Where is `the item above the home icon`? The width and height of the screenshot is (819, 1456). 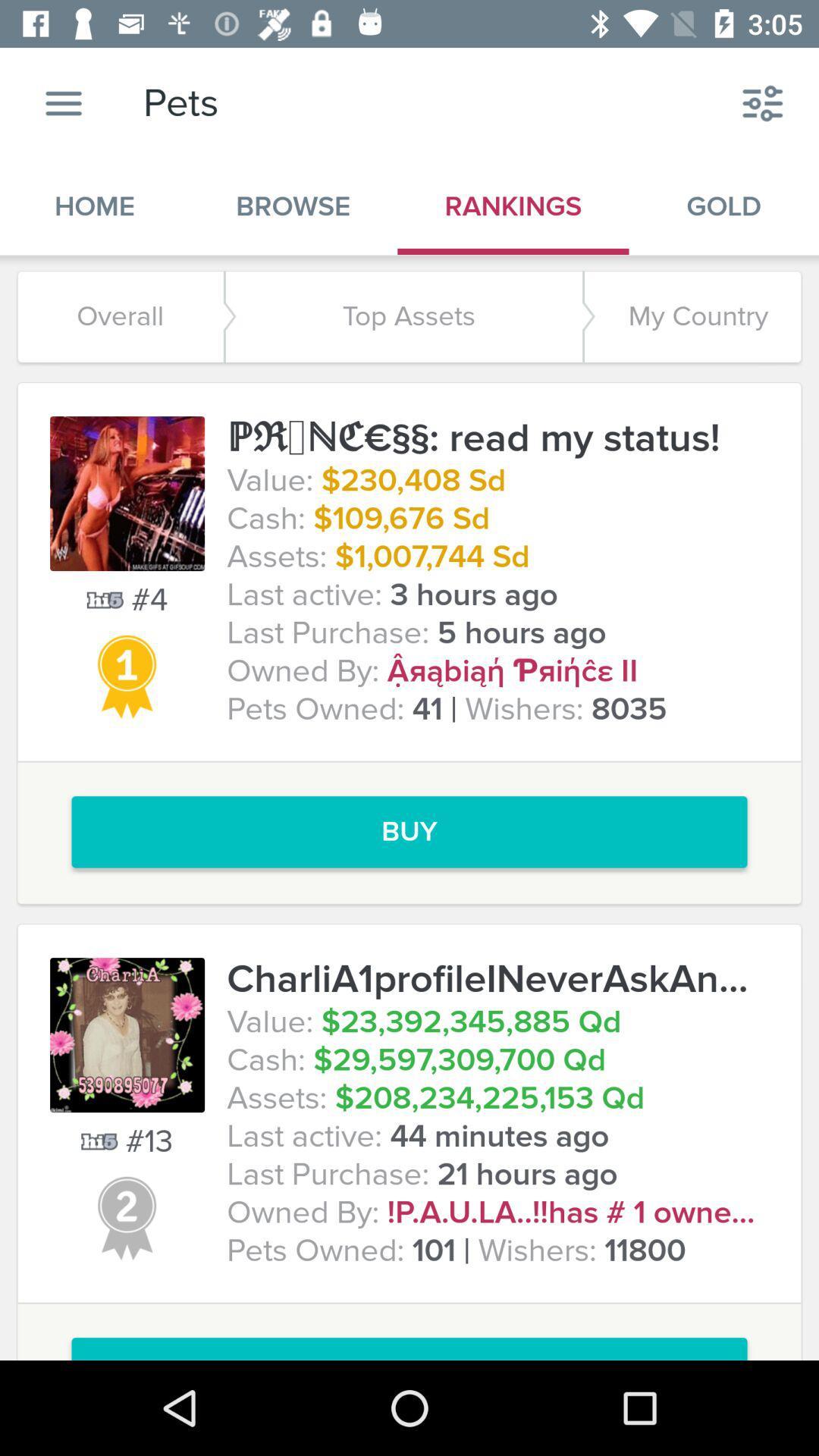
the item above the home icon is located at coordinates (63, 102).